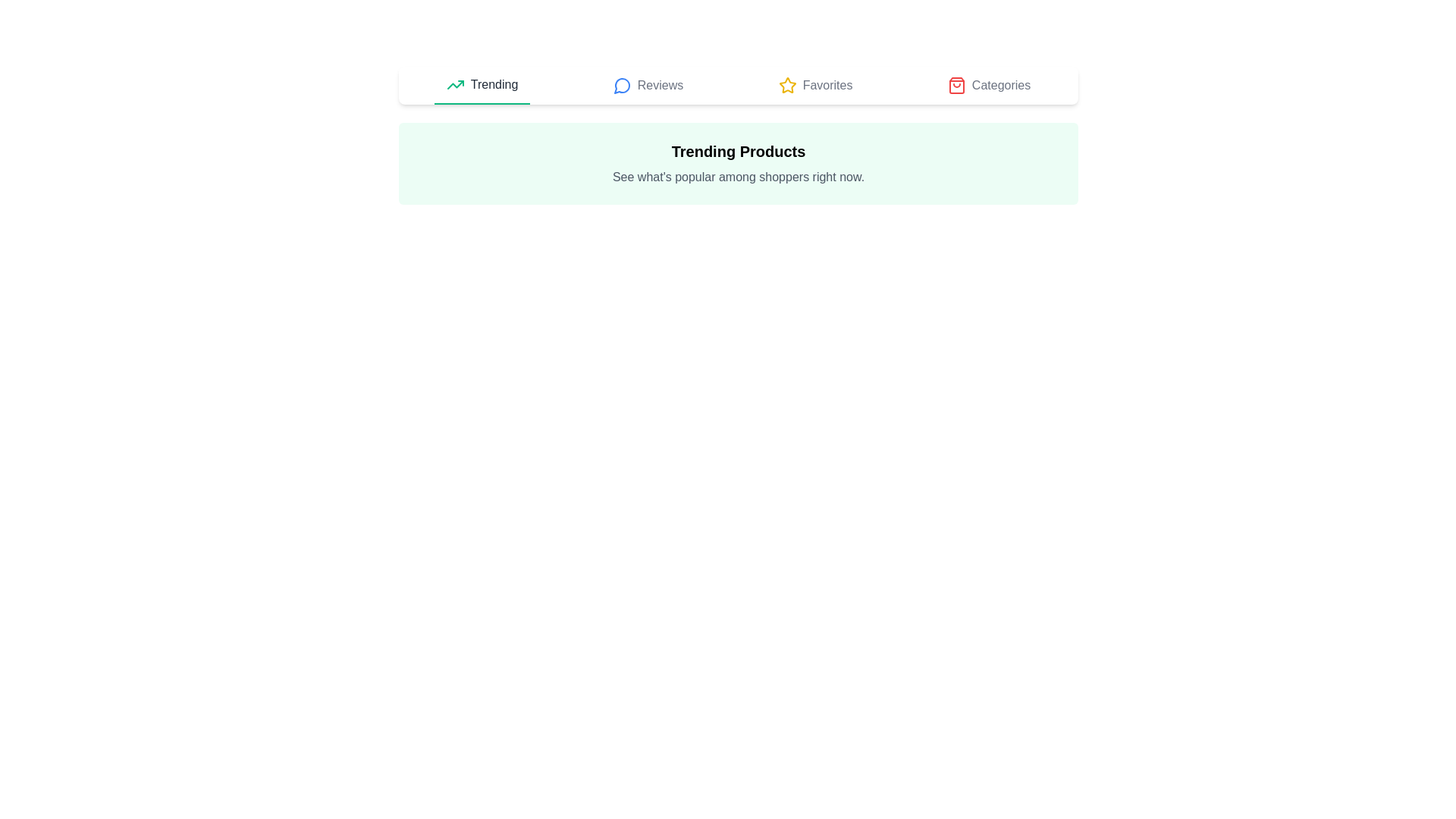 Image resolution: width=1456 pixels, height=819 pixels. I want to click on the 'Categories' button in the navigation menu, so click(989, 85).